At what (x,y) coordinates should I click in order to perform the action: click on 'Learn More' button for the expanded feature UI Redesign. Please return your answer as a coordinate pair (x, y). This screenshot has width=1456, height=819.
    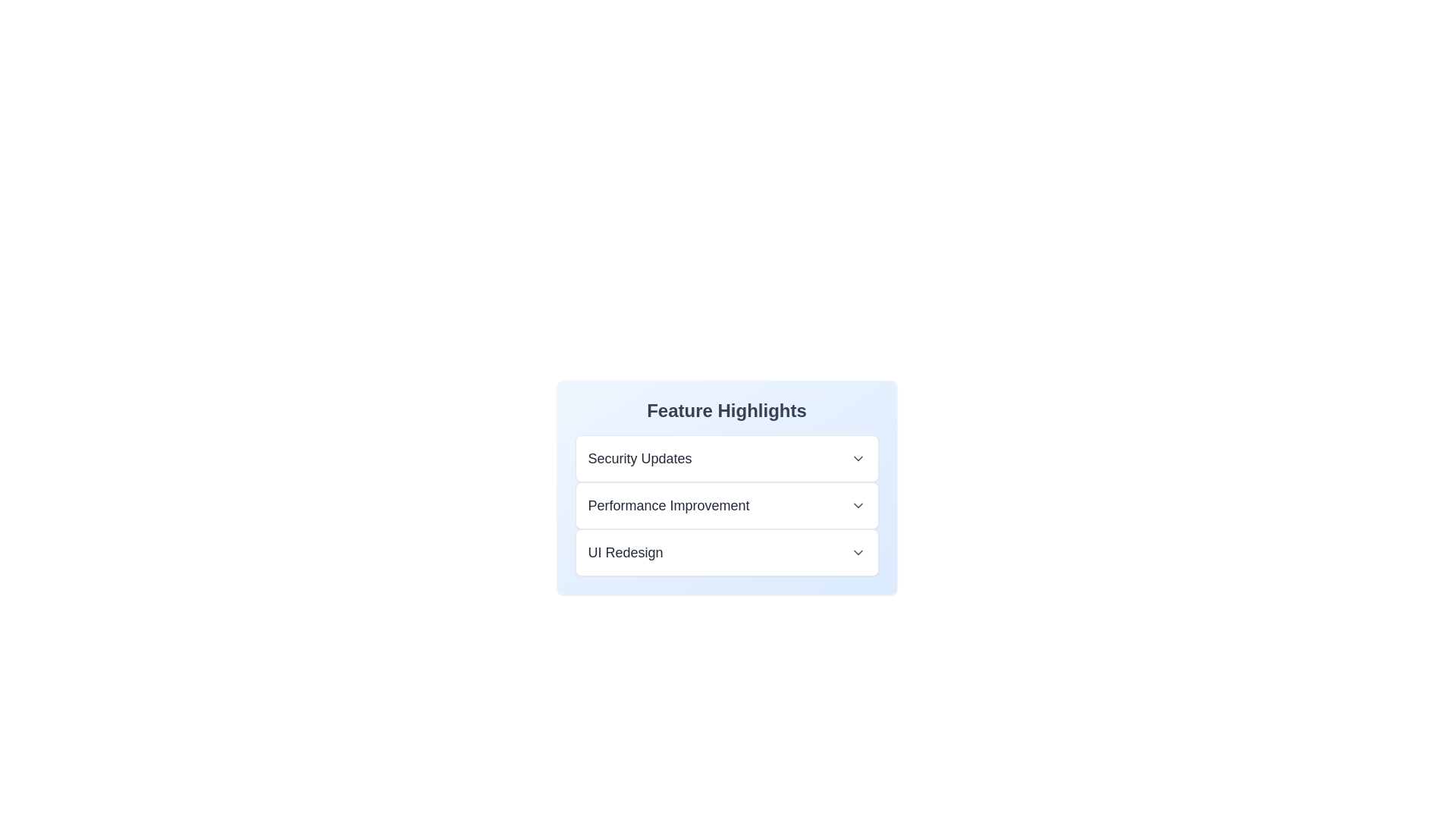
    Looking at the image, I should click on (607, 546).